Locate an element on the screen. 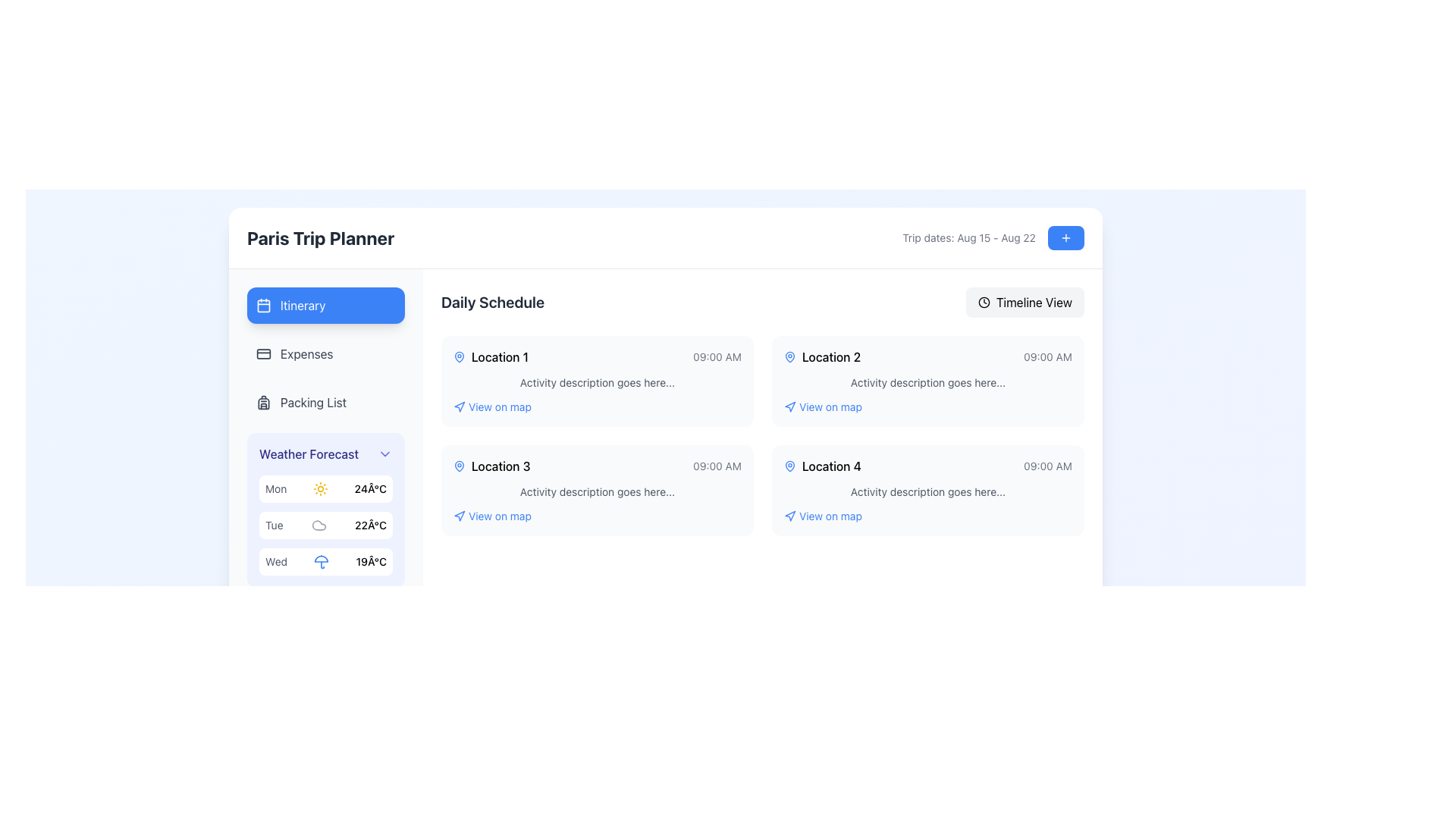 The width and height of the screenshot is (1456, 819). the decorative map pin icon within the Daily Schedule section of the 'Location 3' card, which visually represents a location label is located at coordinates (458, 464).